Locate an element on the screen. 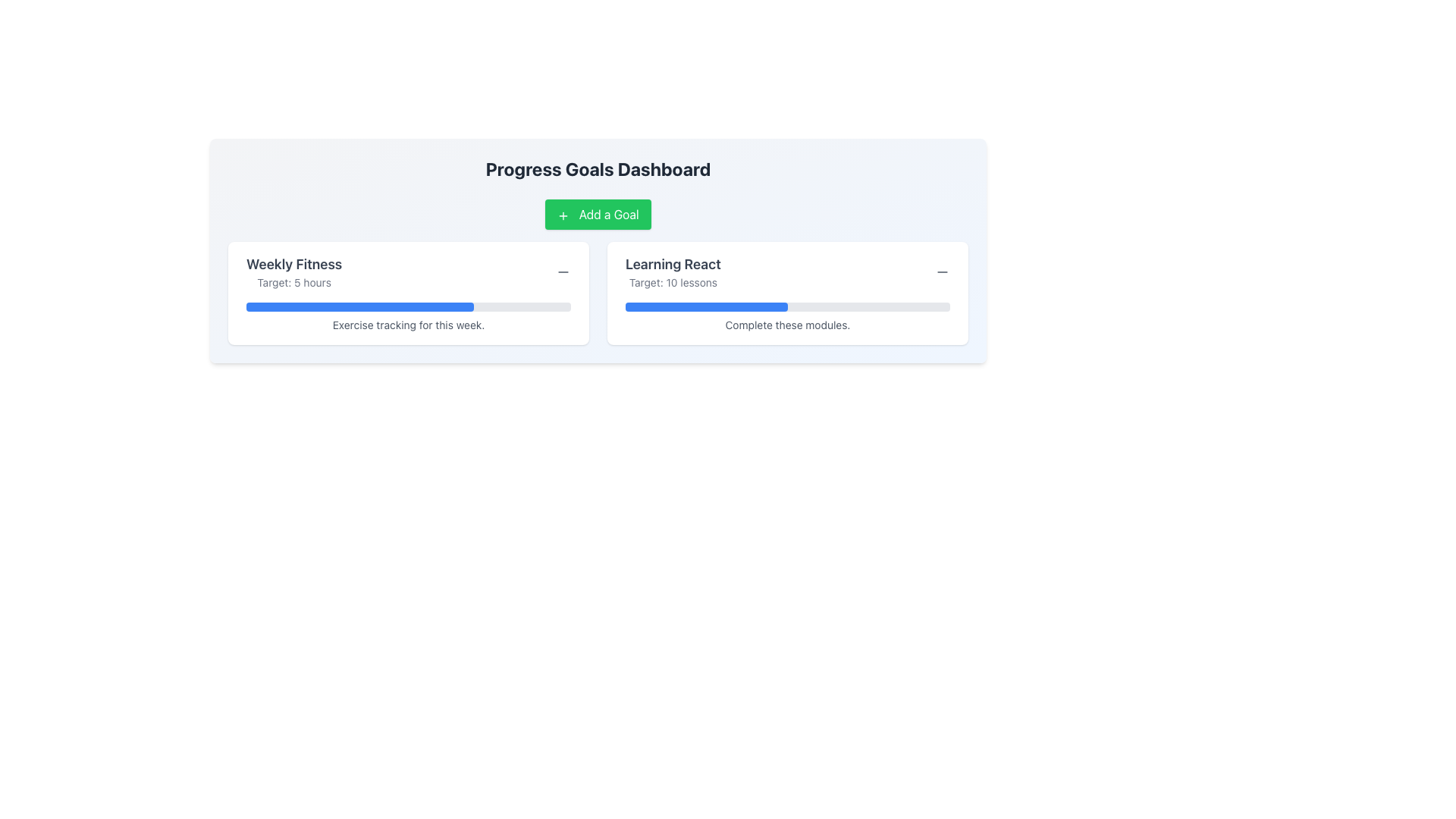 The width and height of the screenshot is (1456, 819). the 'Add a Goal' button icon, which visually represents the action of adding a new goal and is located at the top center of the interface under the title 'Progress Goals Dashboard' is located at coordinates (563, 215).